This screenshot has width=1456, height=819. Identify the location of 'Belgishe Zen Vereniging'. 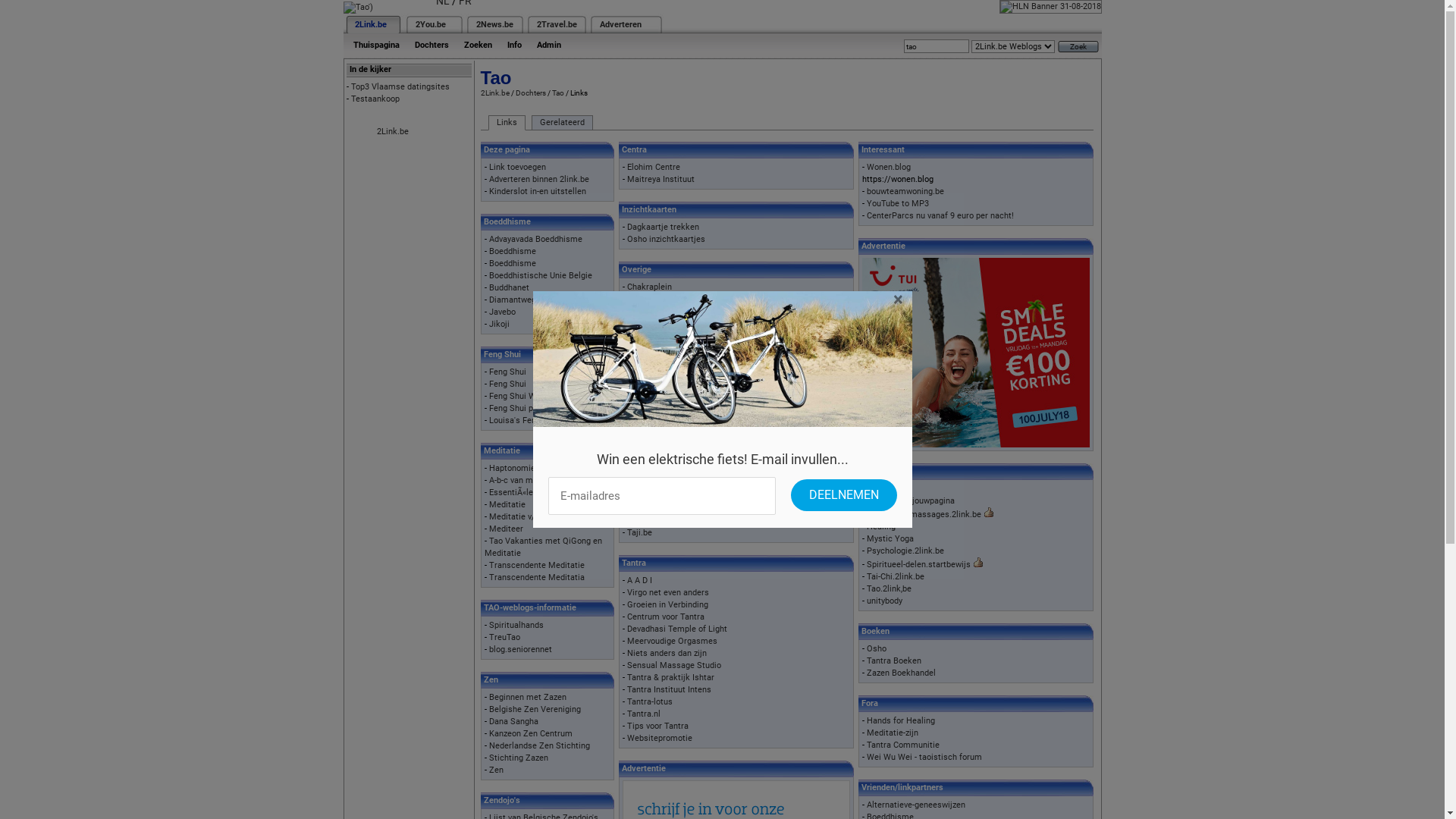
(534, 709).